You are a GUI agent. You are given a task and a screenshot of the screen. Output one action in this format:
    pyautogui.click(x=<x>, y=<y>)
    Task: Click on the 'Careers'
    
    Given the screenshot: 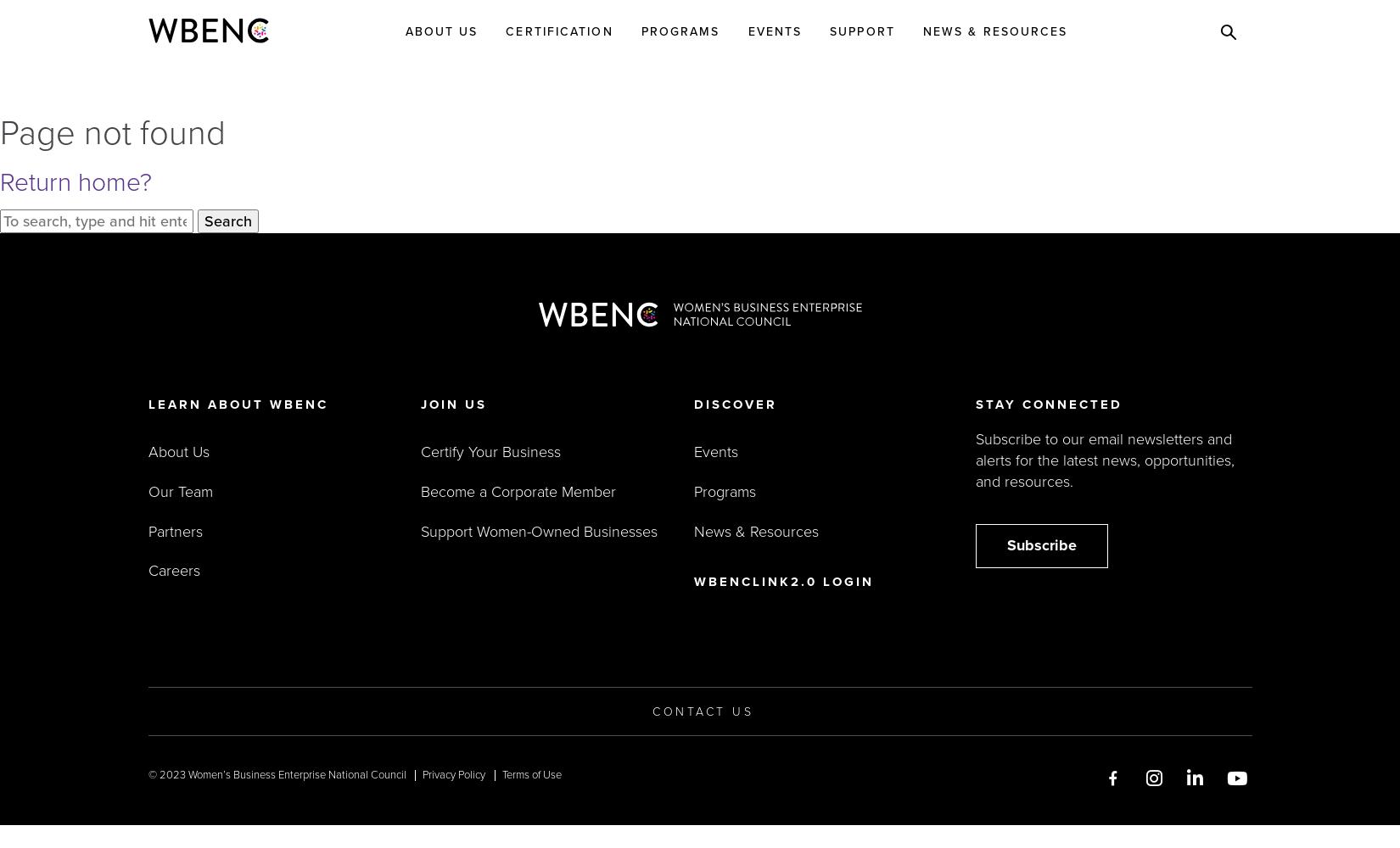 What is the action you would take?
    pyautogui.click(x=173, y=571)
    